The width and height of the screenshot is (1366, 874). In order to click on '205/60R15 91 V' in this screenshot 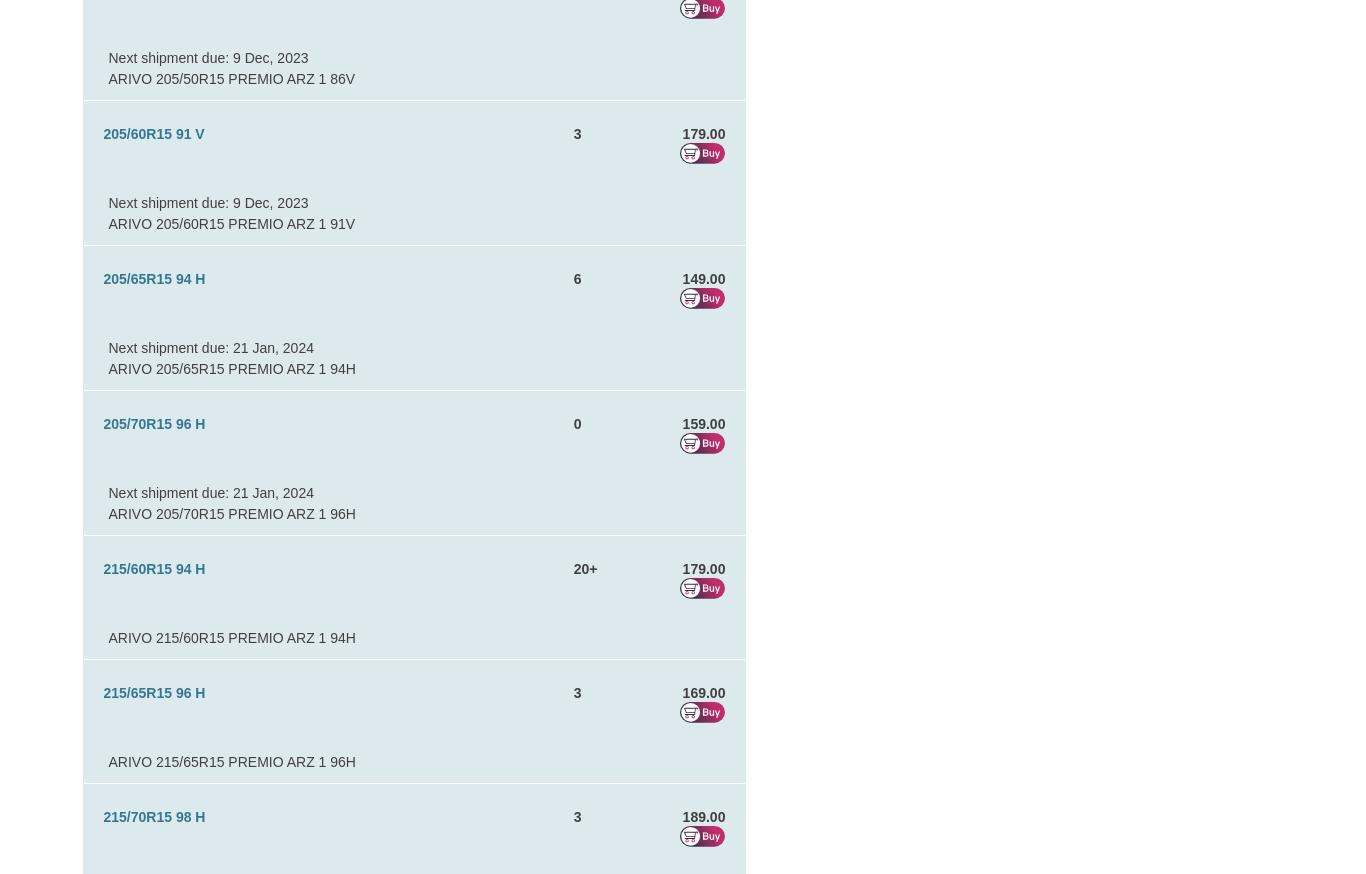, I will do `click(152, 133)`.